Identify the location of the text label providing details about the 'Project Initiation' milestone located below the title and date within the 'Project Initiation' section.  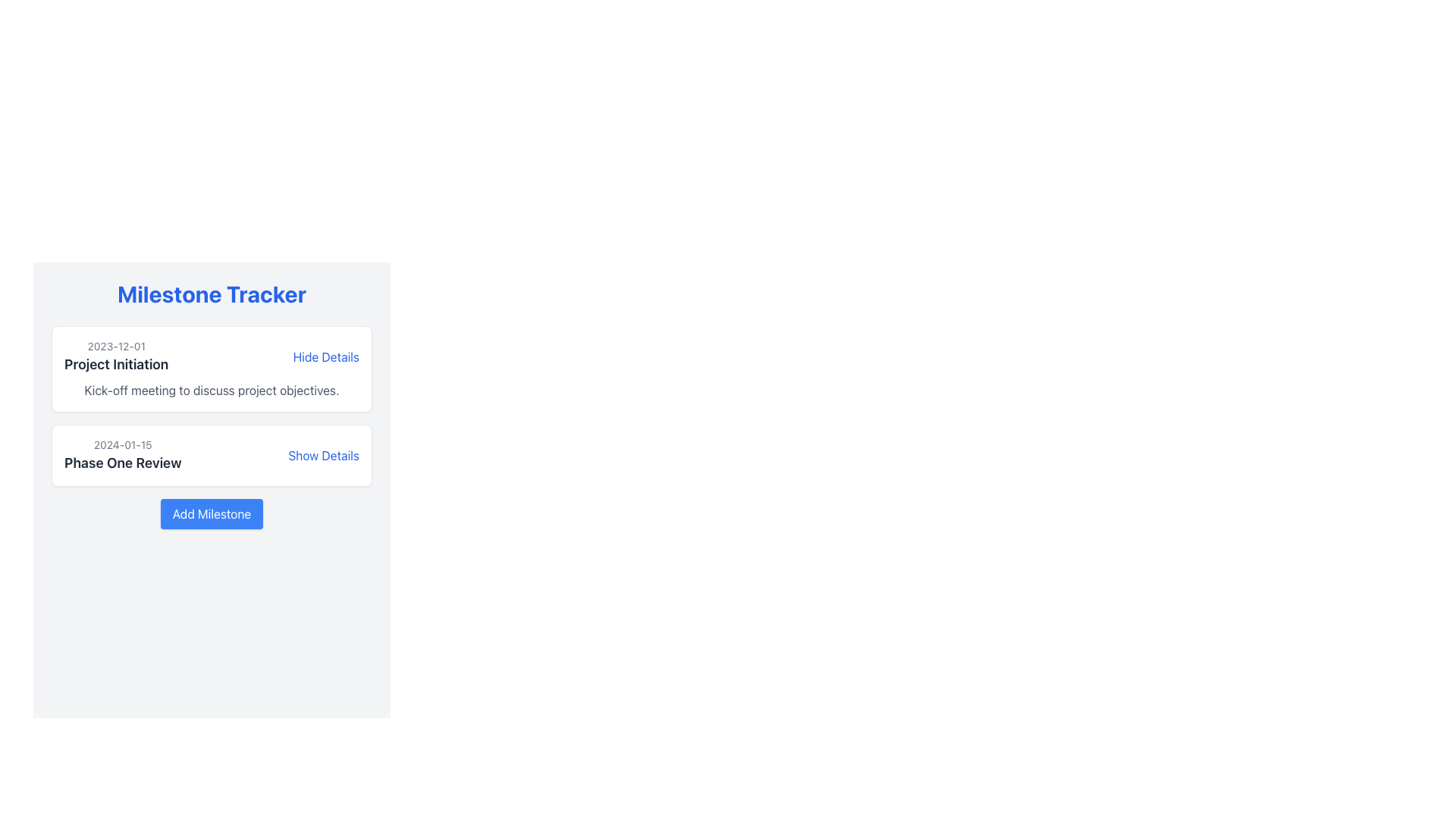
(211, 390).